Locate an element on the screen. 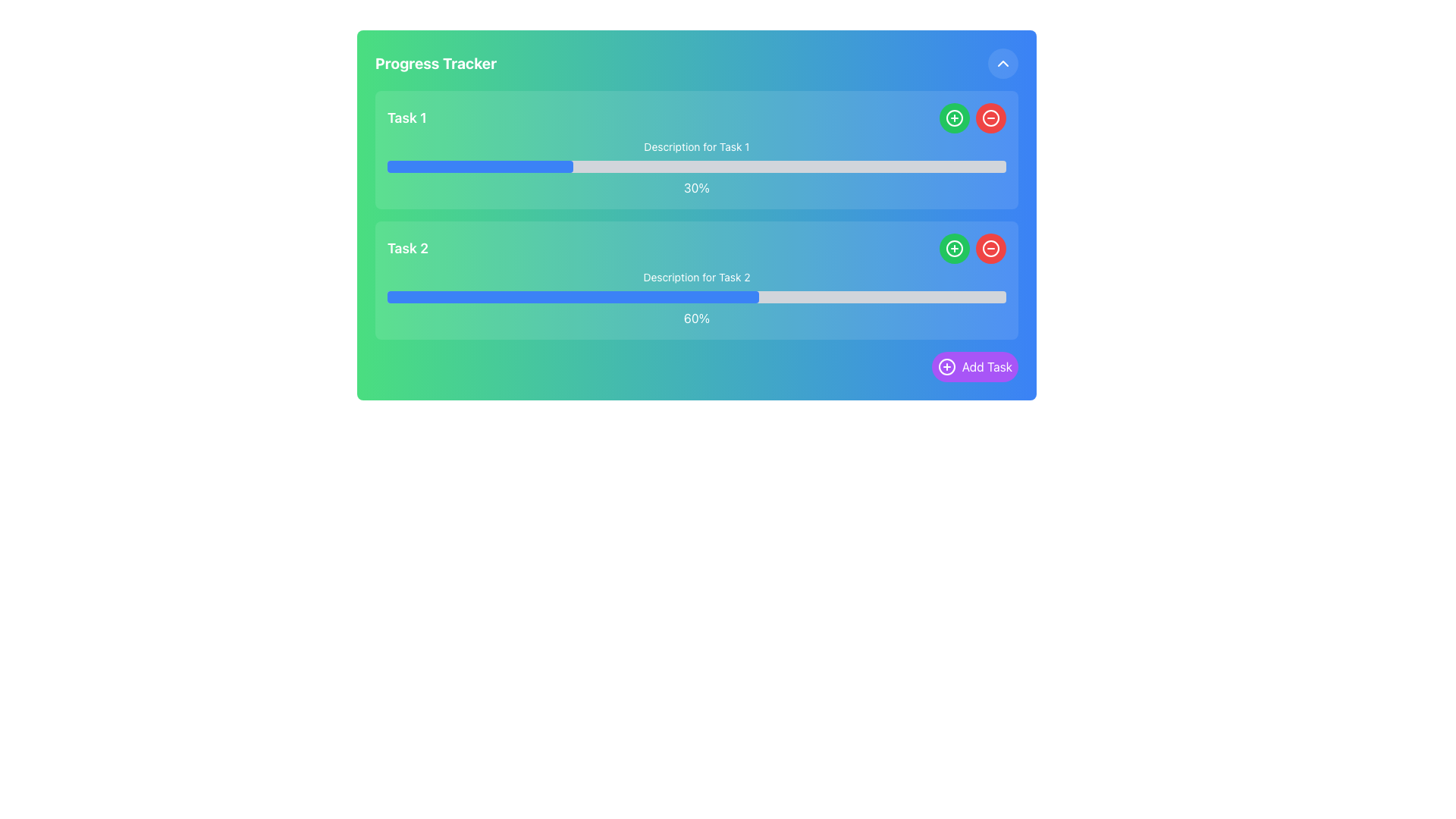  the progress bar for Task 2, which is a horizontal bar with a blue segment indicating 60% completion, located below Task 1's progress bar is located at coordinates (695, 297).